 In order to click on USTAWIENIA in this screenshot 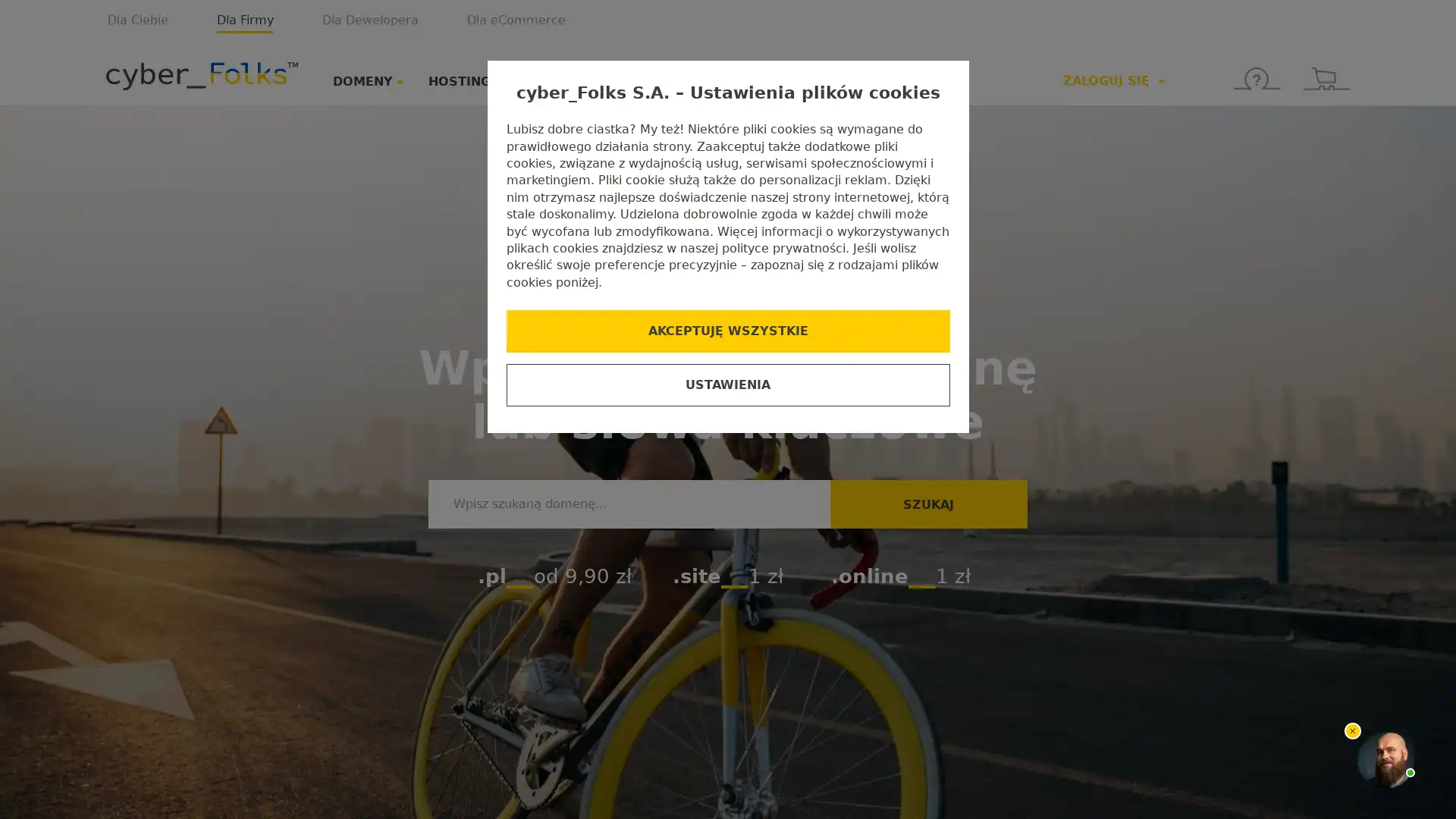, I will do `click(726, 384)`.